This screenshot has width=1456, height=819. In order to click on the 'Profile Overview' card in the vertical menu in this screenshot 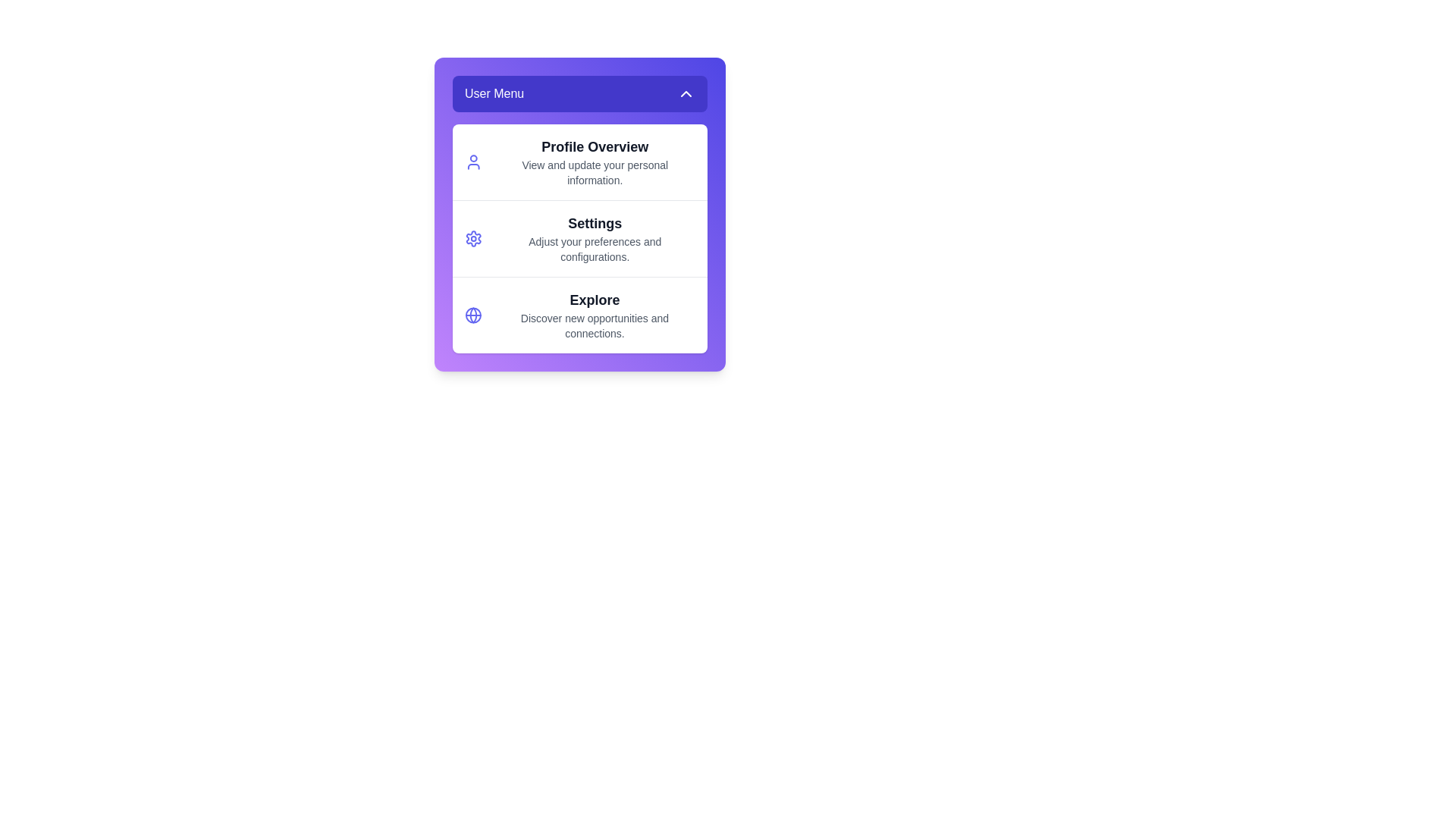, I will do `click(579, 162)`.